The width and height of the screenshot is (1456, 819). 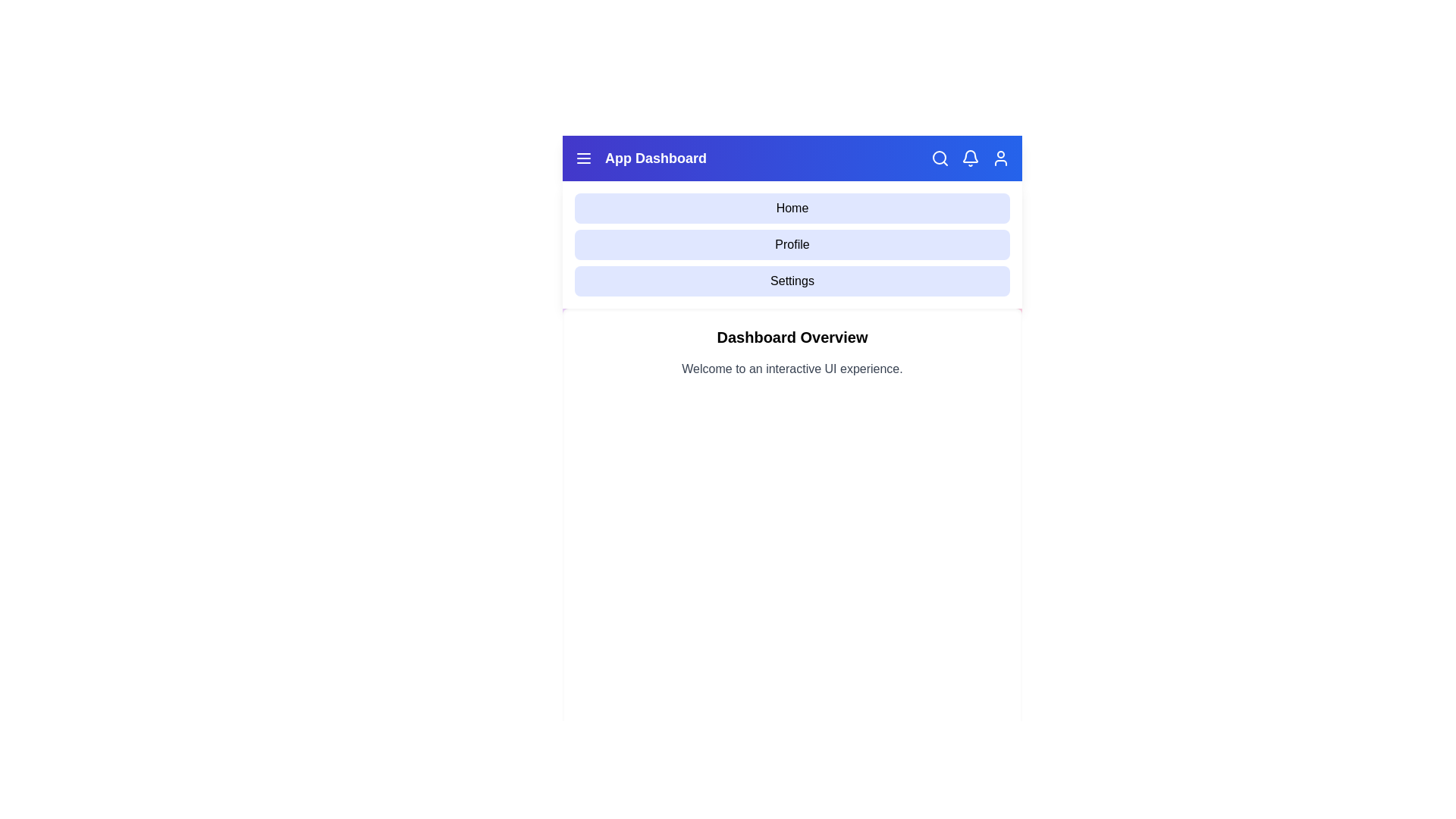 What do you see at coordinates (582, 158) in the screenshot?
I see `the menu toggle button to toggle the menu visibility` at bounding box center [582, 158].